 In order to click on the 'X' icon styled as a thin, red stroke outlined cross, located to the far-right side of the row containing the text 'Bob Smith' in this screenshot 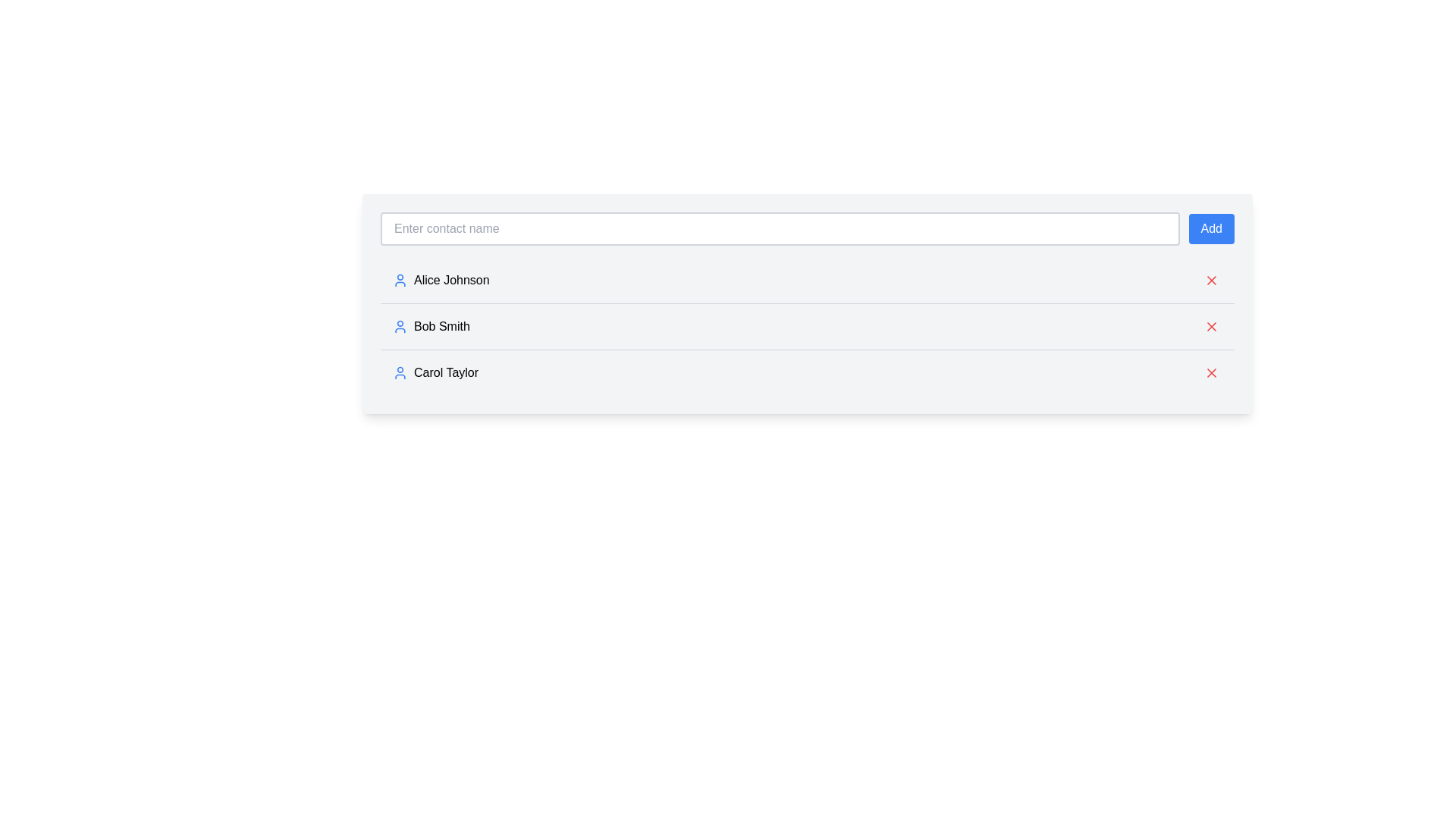, I will do `click(1211, 326)`.